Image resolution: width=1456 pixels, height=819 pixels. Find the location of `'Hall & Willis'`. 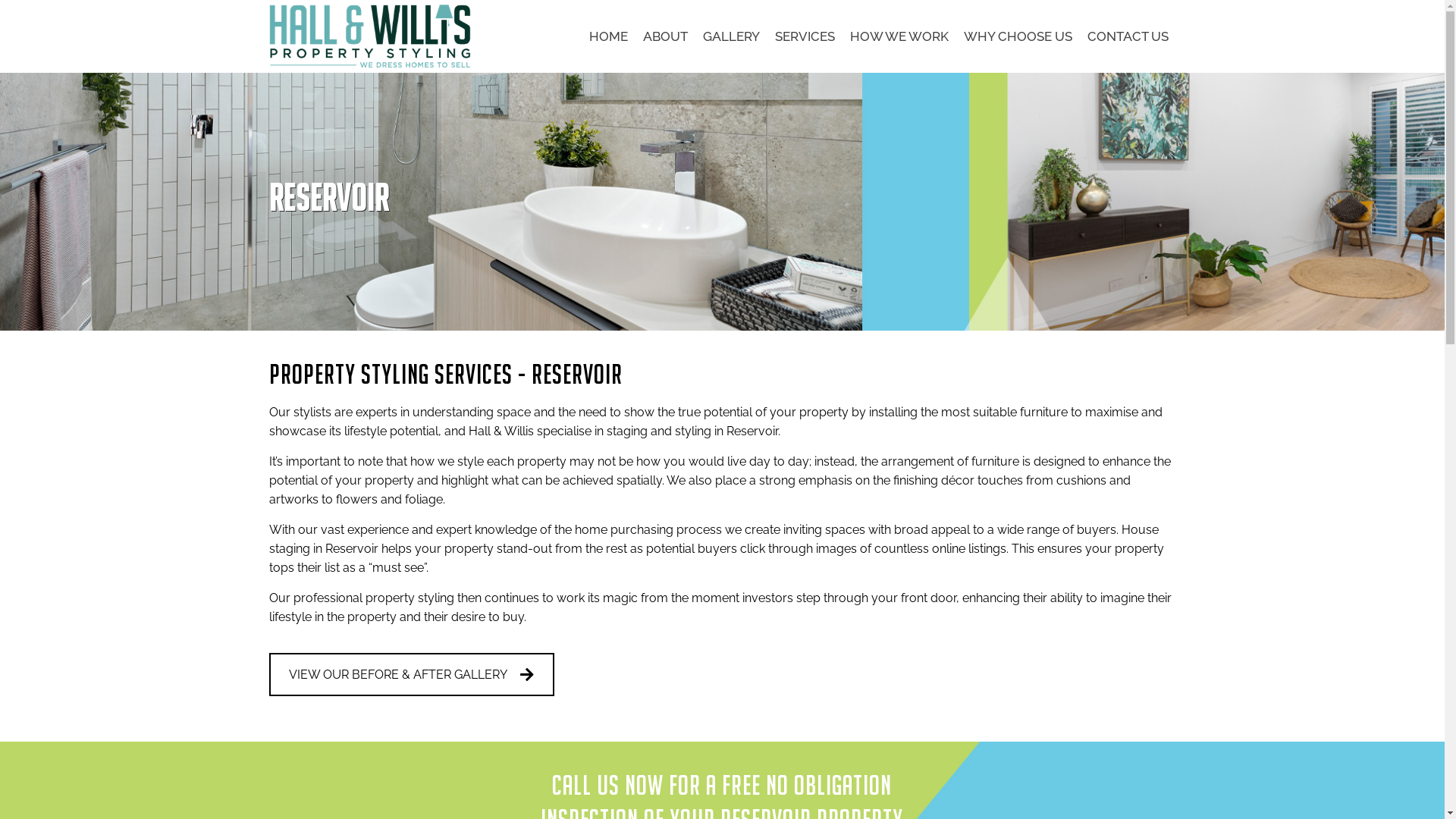

'Hall & Willis' is located at coordinates (371, 35).